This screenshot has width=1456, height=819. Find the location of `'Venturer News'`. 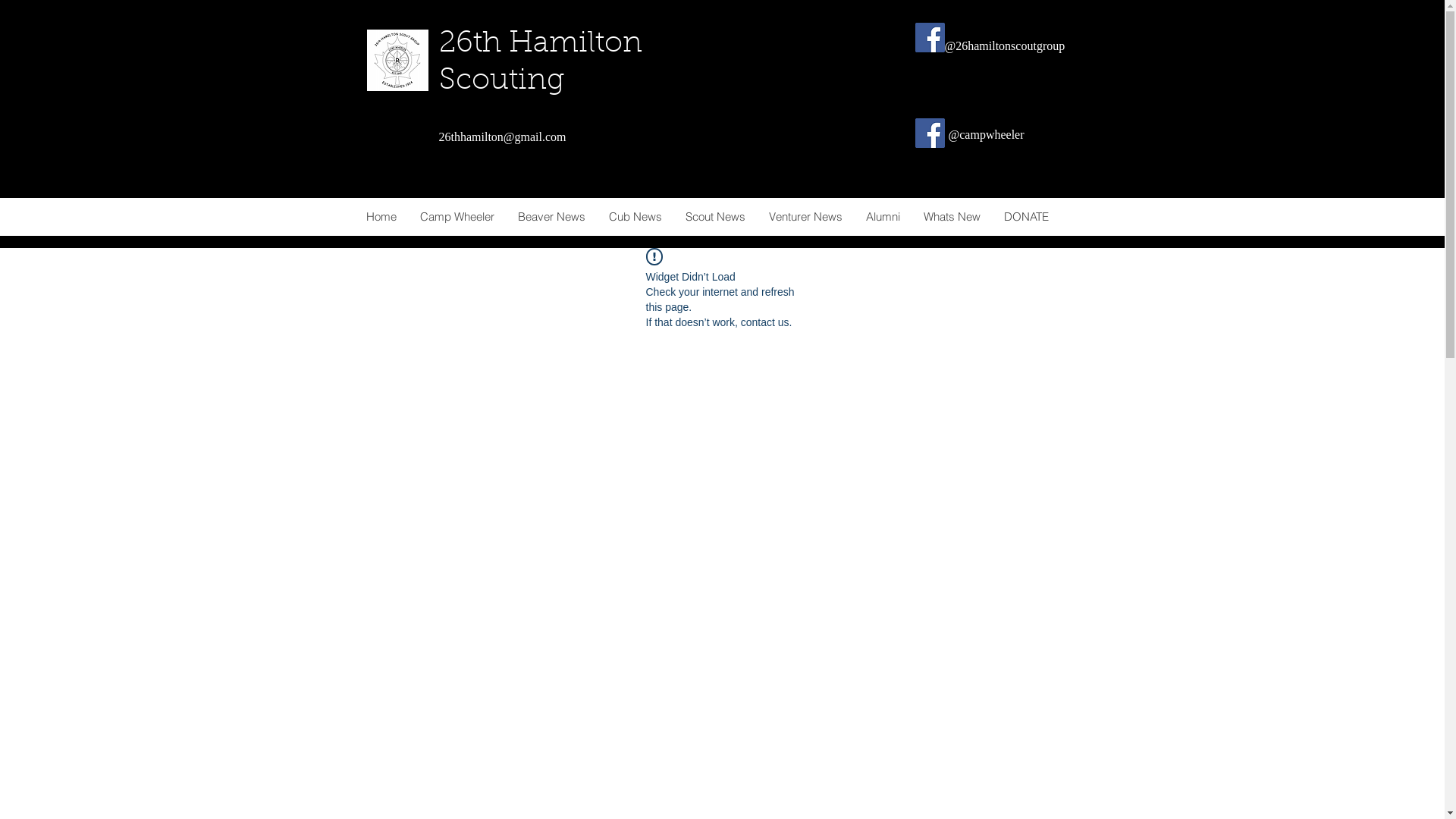

'Venturer News' is located at coordinates (804, 216).